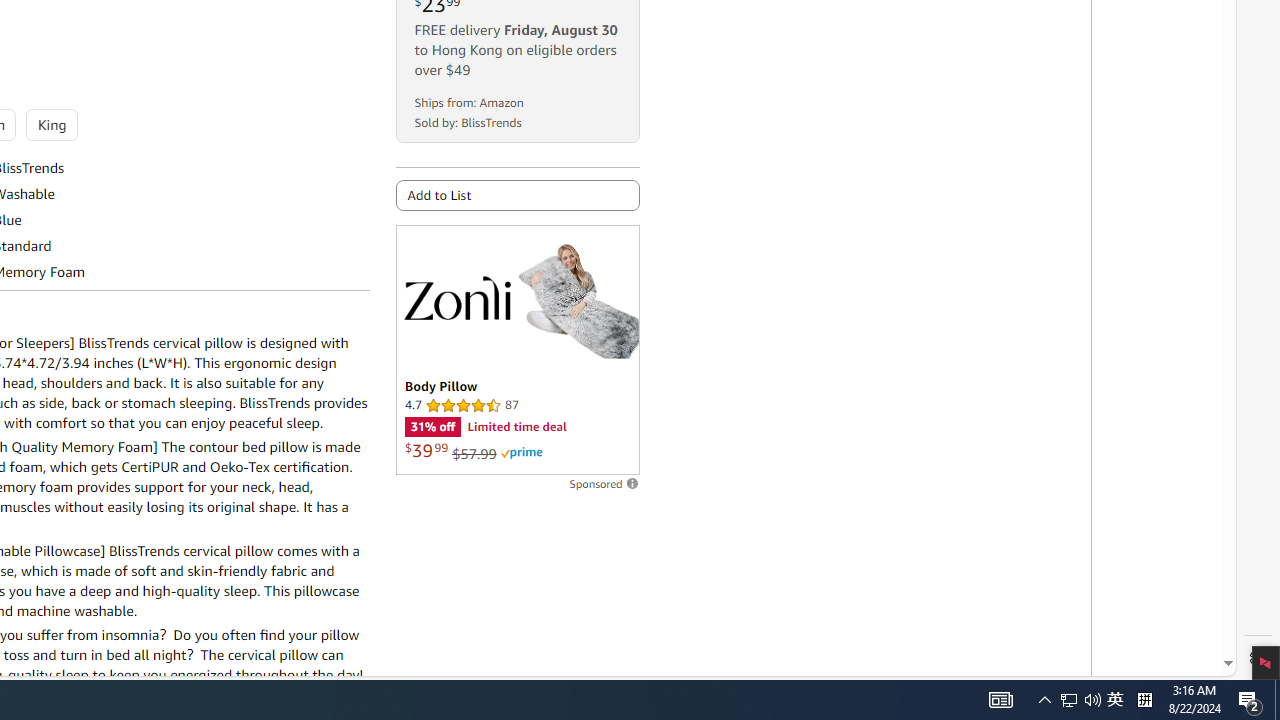 This screenshot has height=720, width=1280. What do you see at coordinates (517, 195) in the screenshot?
I see `'Add to List'` at bounding box center [517, 195].